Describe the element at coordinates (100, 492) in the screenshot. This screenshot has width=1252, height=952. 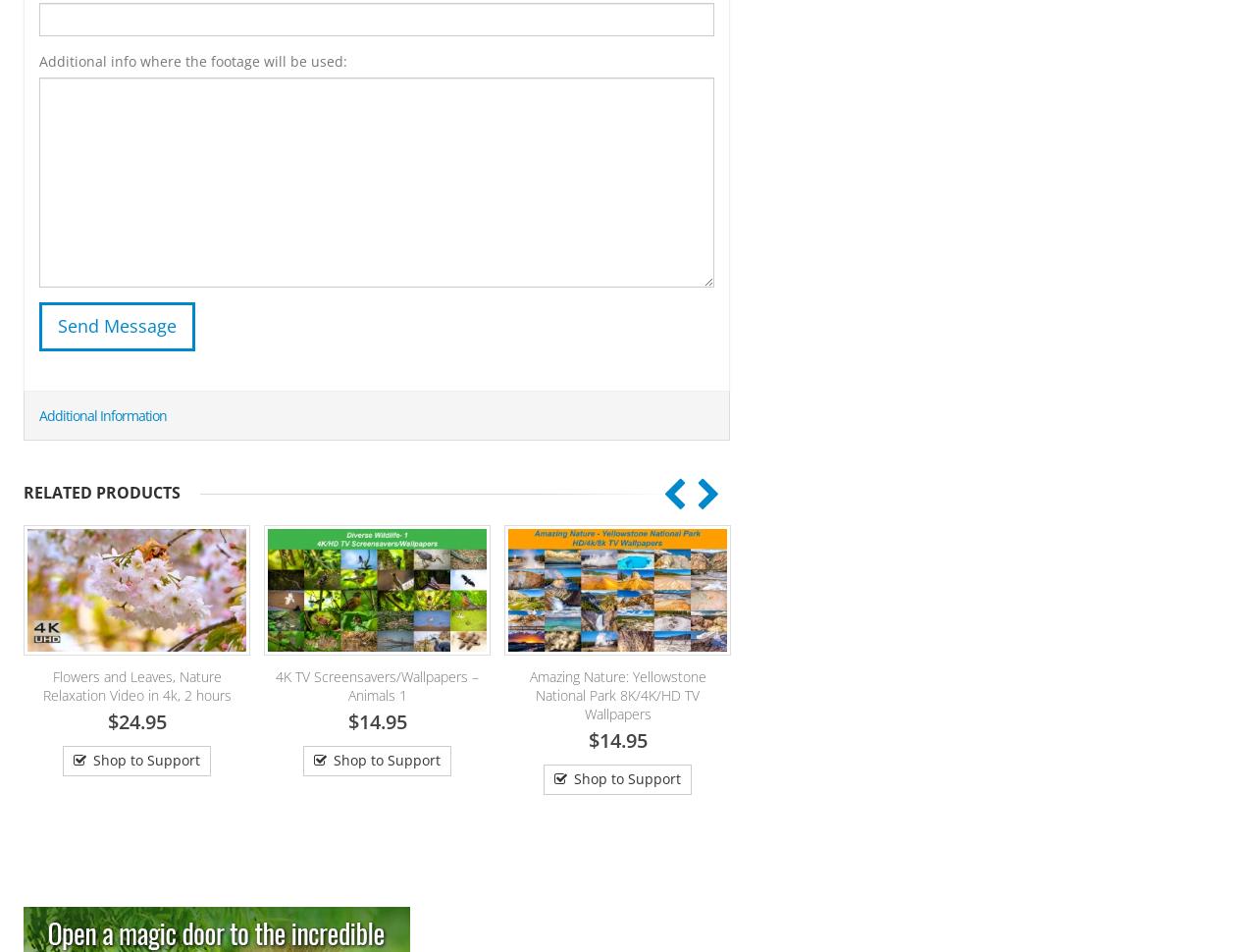
I see `'Related Products'` at that location.